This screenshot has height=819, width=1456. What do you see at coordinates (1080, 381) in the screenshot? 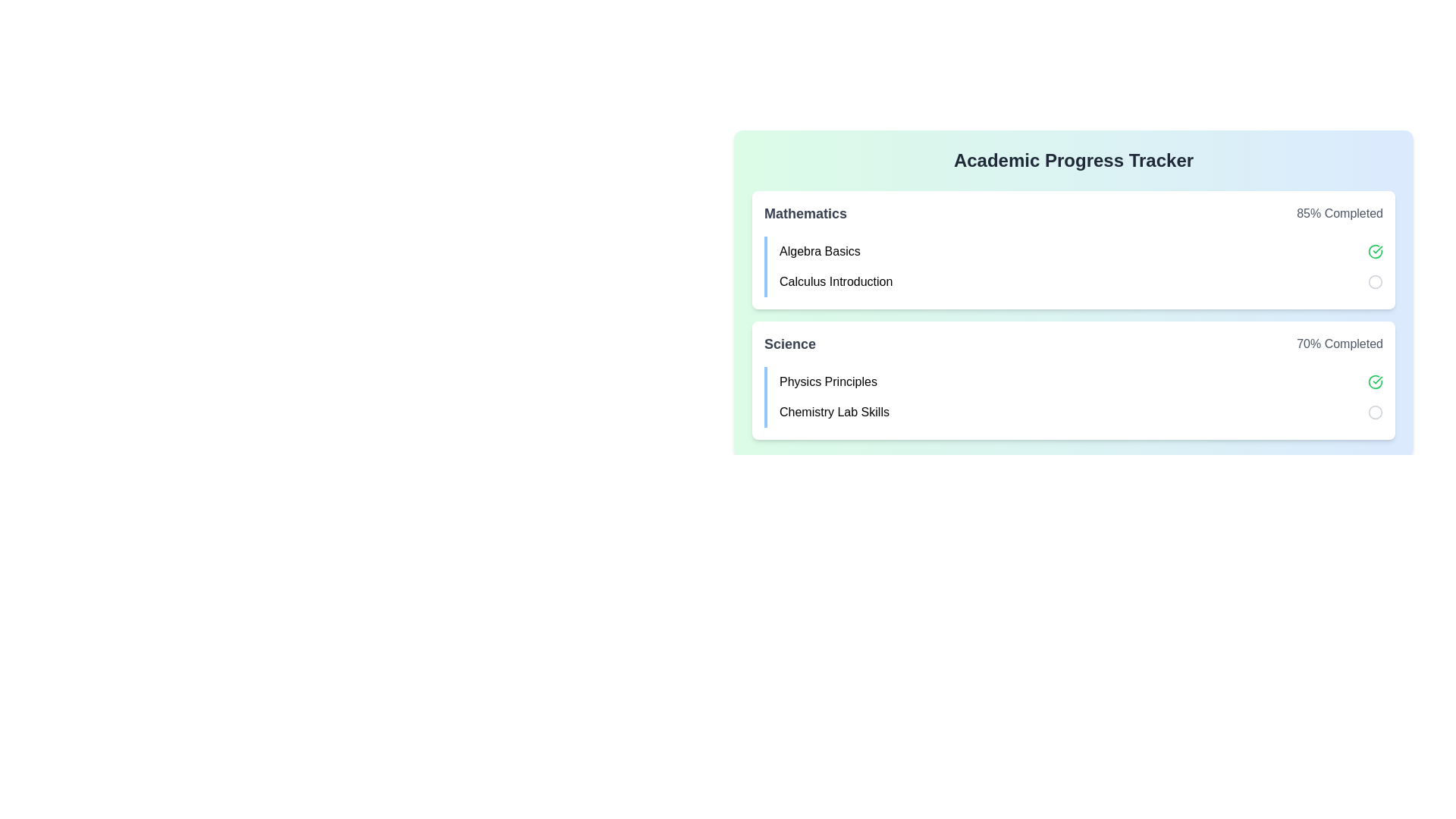
I see `the green checkmark of the 'Physics Principles' topic in the progress tracker to modify its status, indicating that the item is part of the 'Science' section and marked as complete` at bounding box center [1080, 381].